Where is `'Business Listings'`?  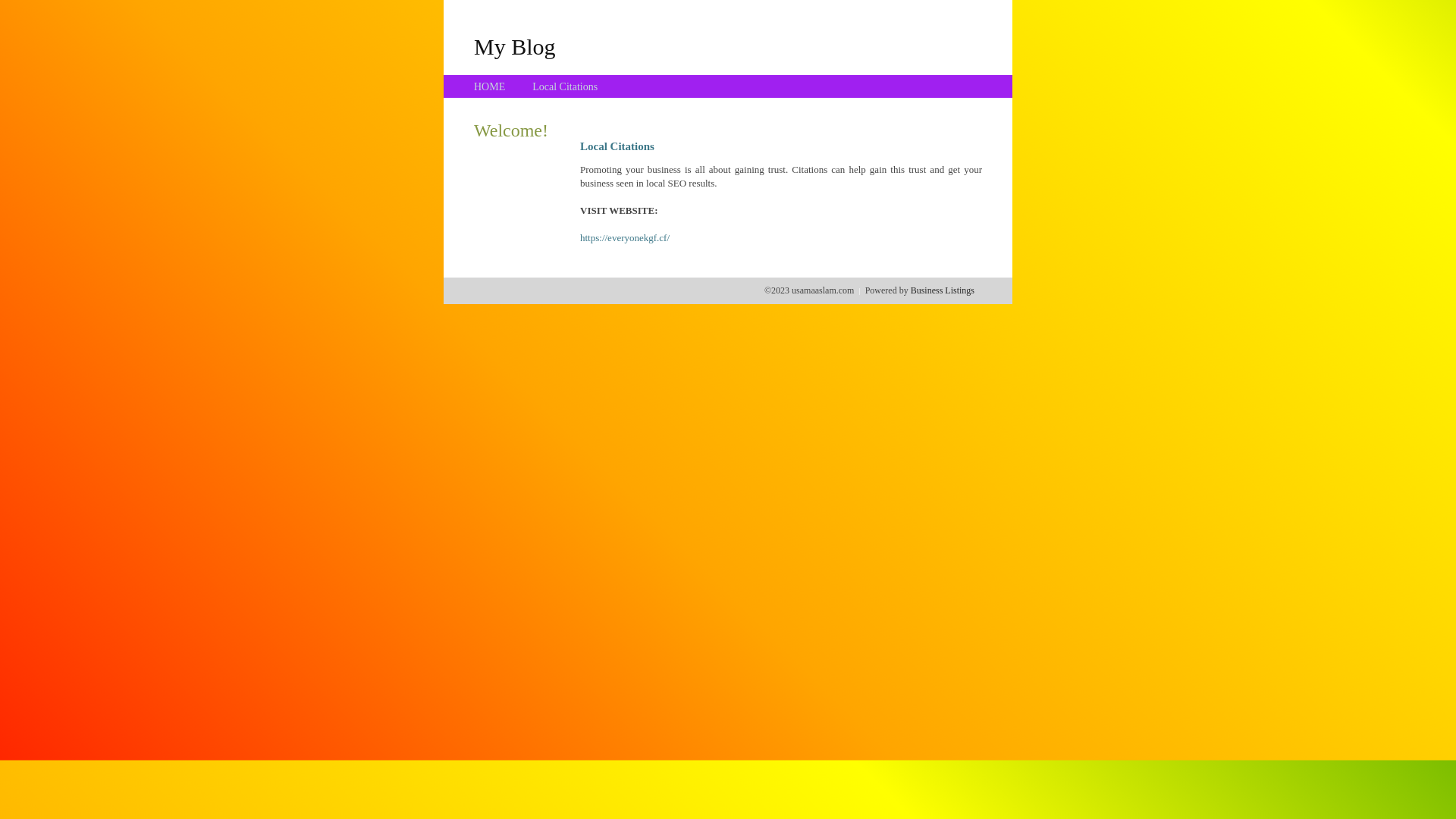
'Business Listings' is located at coordinates (942, 290).